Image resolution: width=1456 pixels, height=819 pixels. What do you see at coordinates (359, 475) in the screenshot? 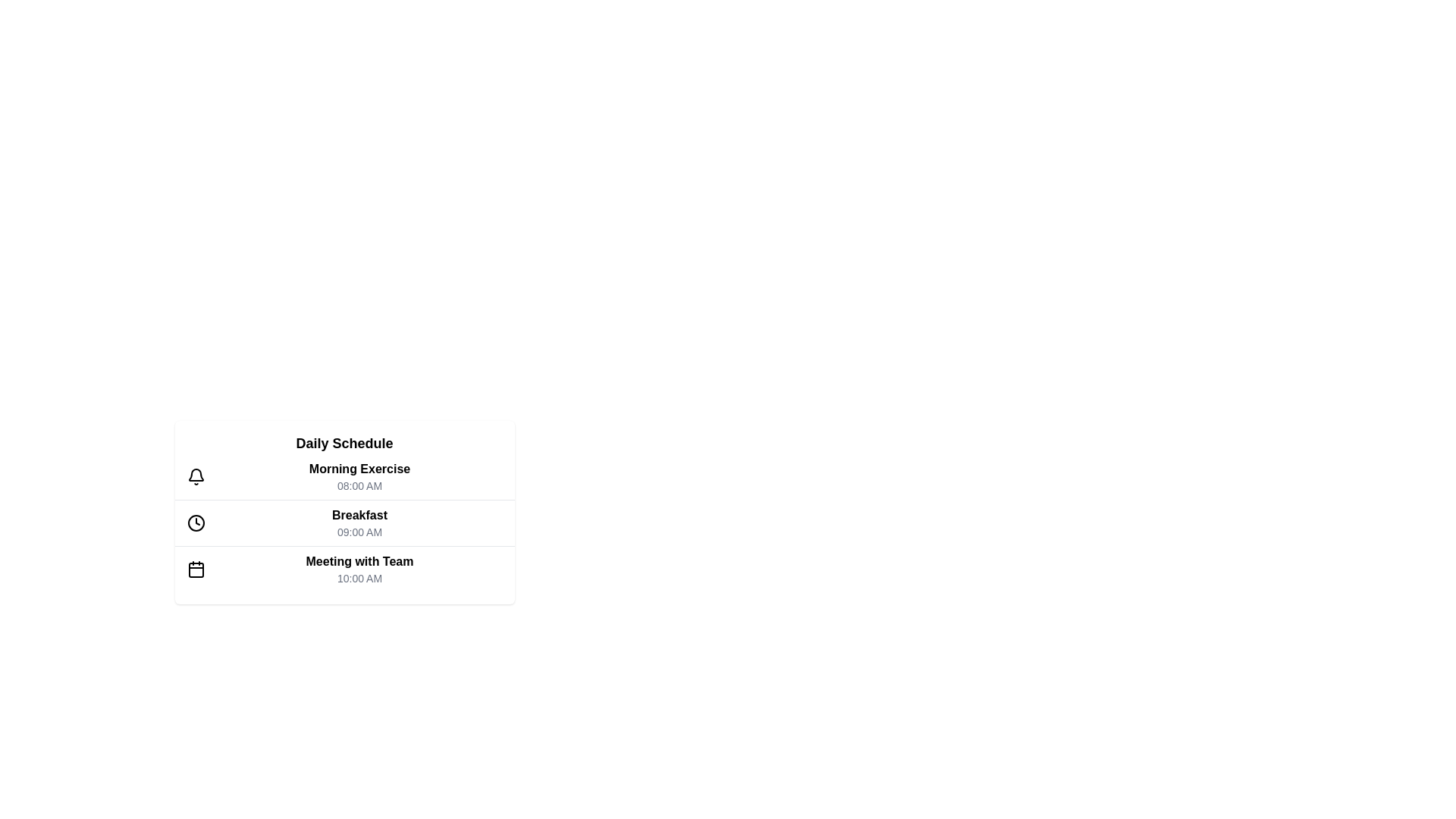
I see `the list item titled 'Morning Exercise' which displays the time '08:00 AM'` at bounding box center [359, 475].